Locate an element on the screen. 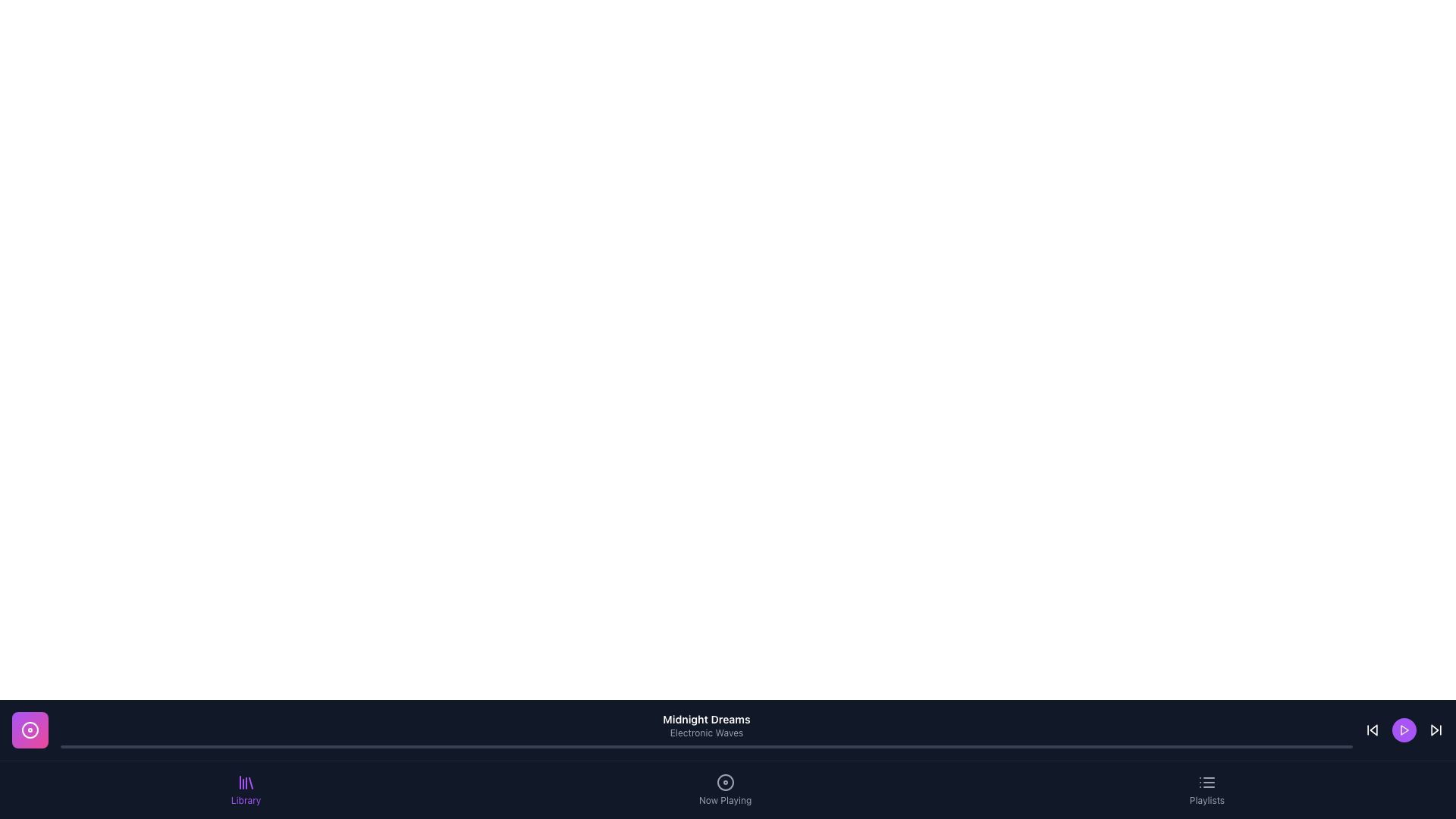 This screenshot has width=1456, height=819. the progress bar located beneath the 'Electronic Waves' text, which is a thin horizontal bar with a gray background and rounded ends is located at coordinates (705, 745).